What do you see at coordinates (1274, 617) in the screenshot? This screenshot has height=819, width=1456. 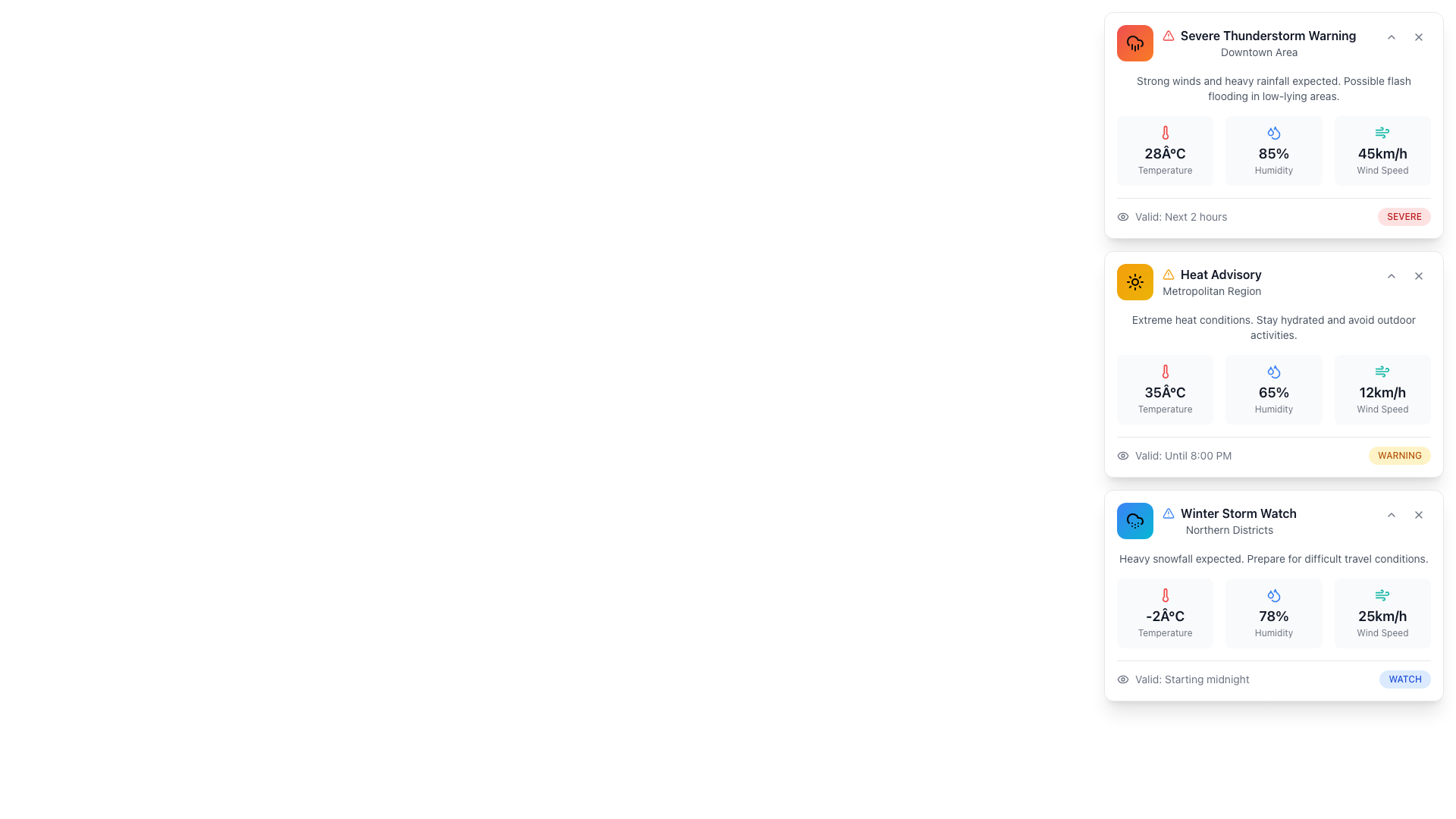 I see `humidity level percentage displayed in the central column under the 'Humidity' label within the 'Winter Storm Watch' card` at bounding box center [1274, 617].